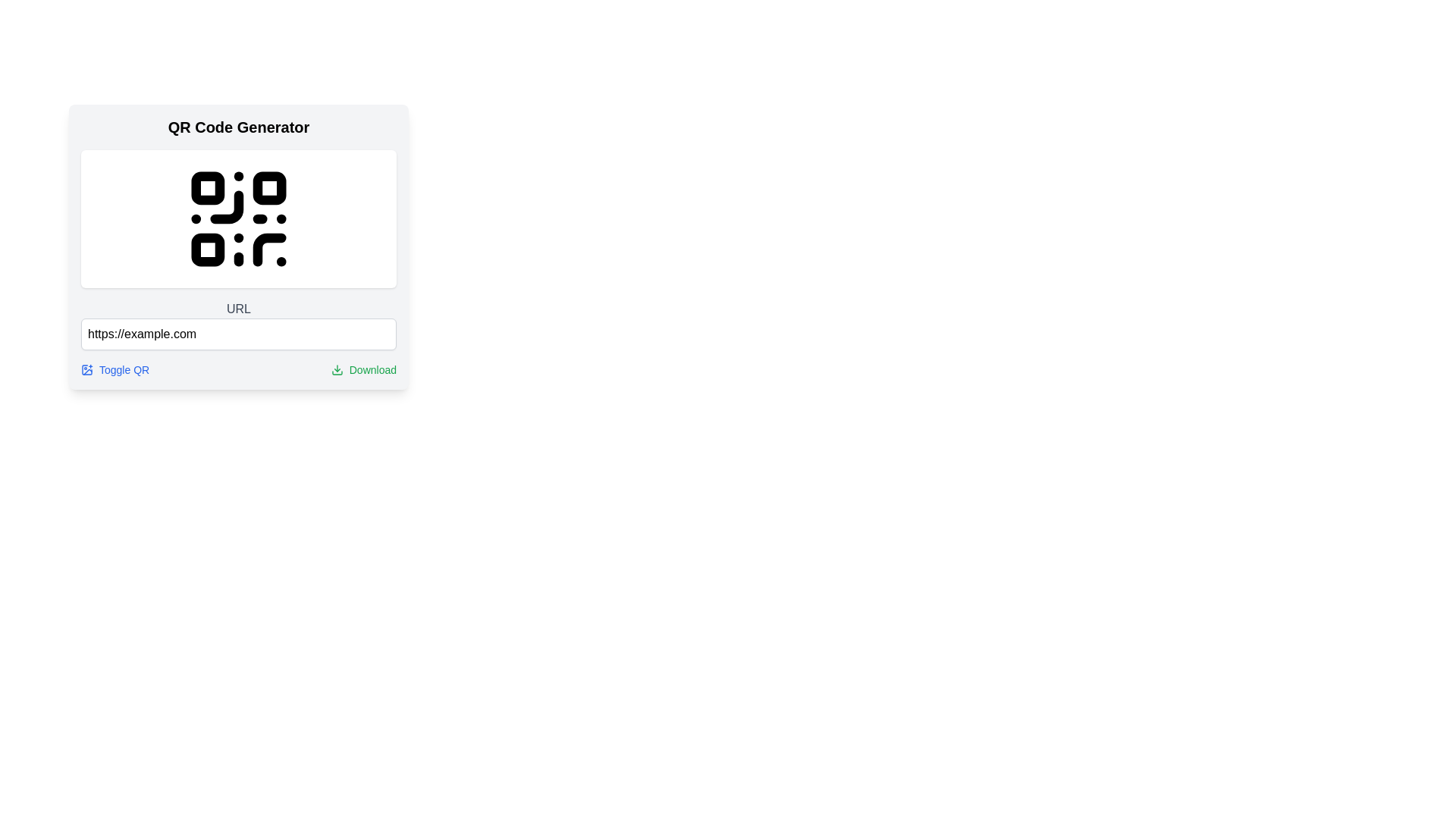  Describe the element at coordinates (115, 370) in the screenshot. I see `the Anchor link styled with blue font and an embedded QR code icon labeled 'Toggle QR'` at that location.